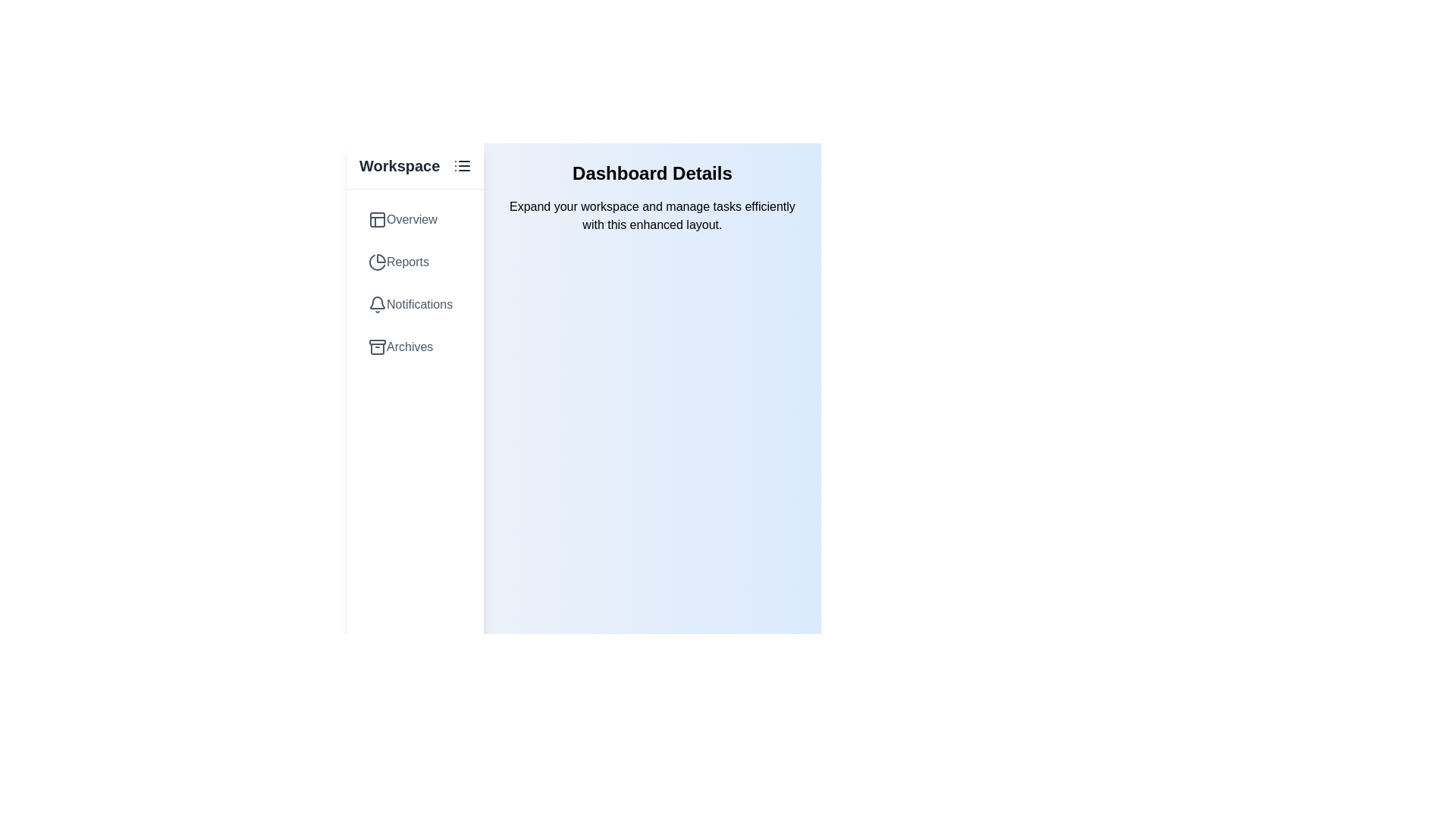 Image resolution: width=1456 pixels, height=819 pixels. Describe the element at coordinates (415, 262) in the screenshot. I see `the item labeled Reports in the list` at that location.